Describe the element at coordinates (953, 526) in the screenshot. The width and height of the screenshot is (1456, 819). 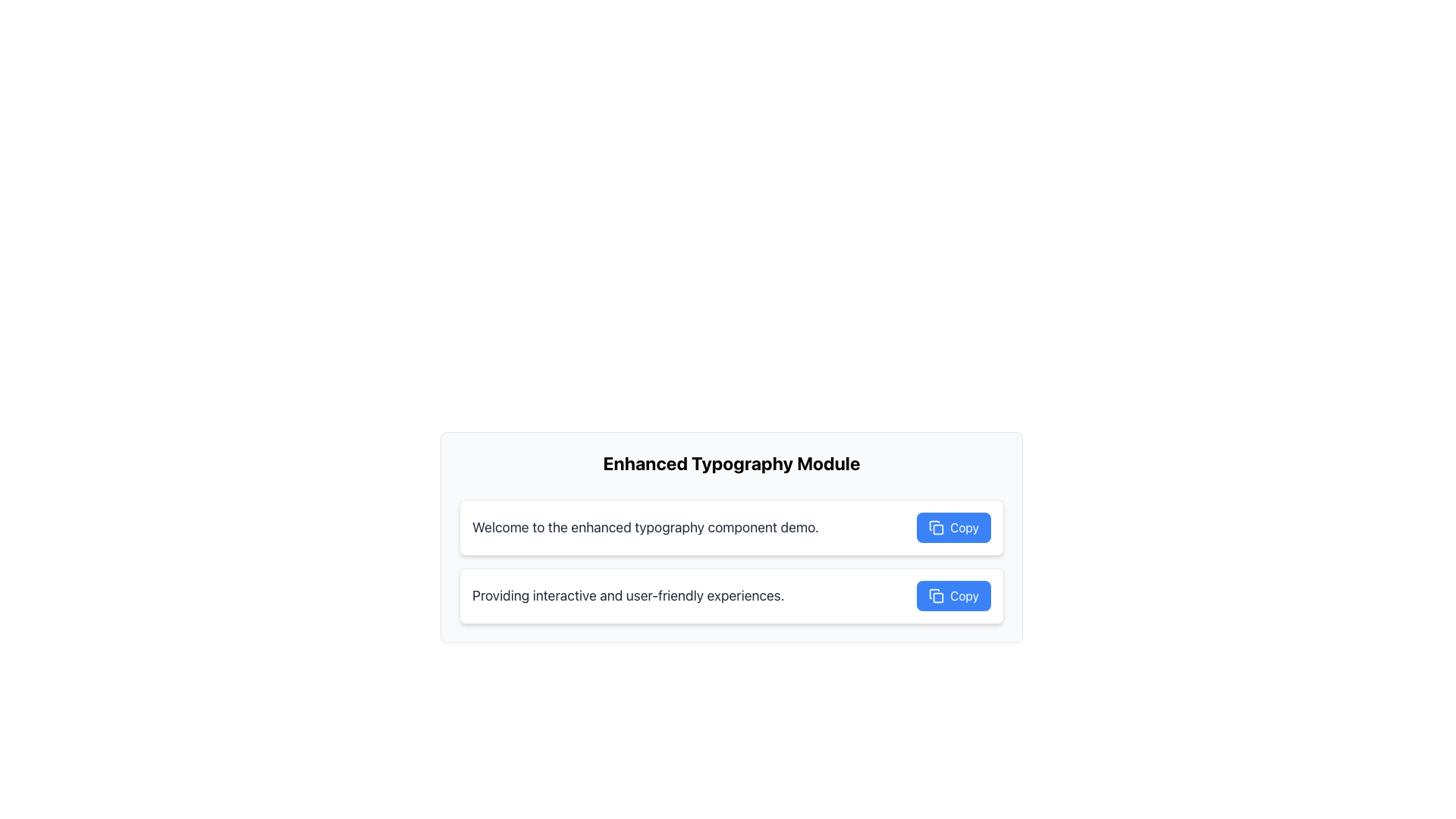
I see `the 'Copy' button, which is a rectangular button with rounded corners, a blue background, and white text` at that location.